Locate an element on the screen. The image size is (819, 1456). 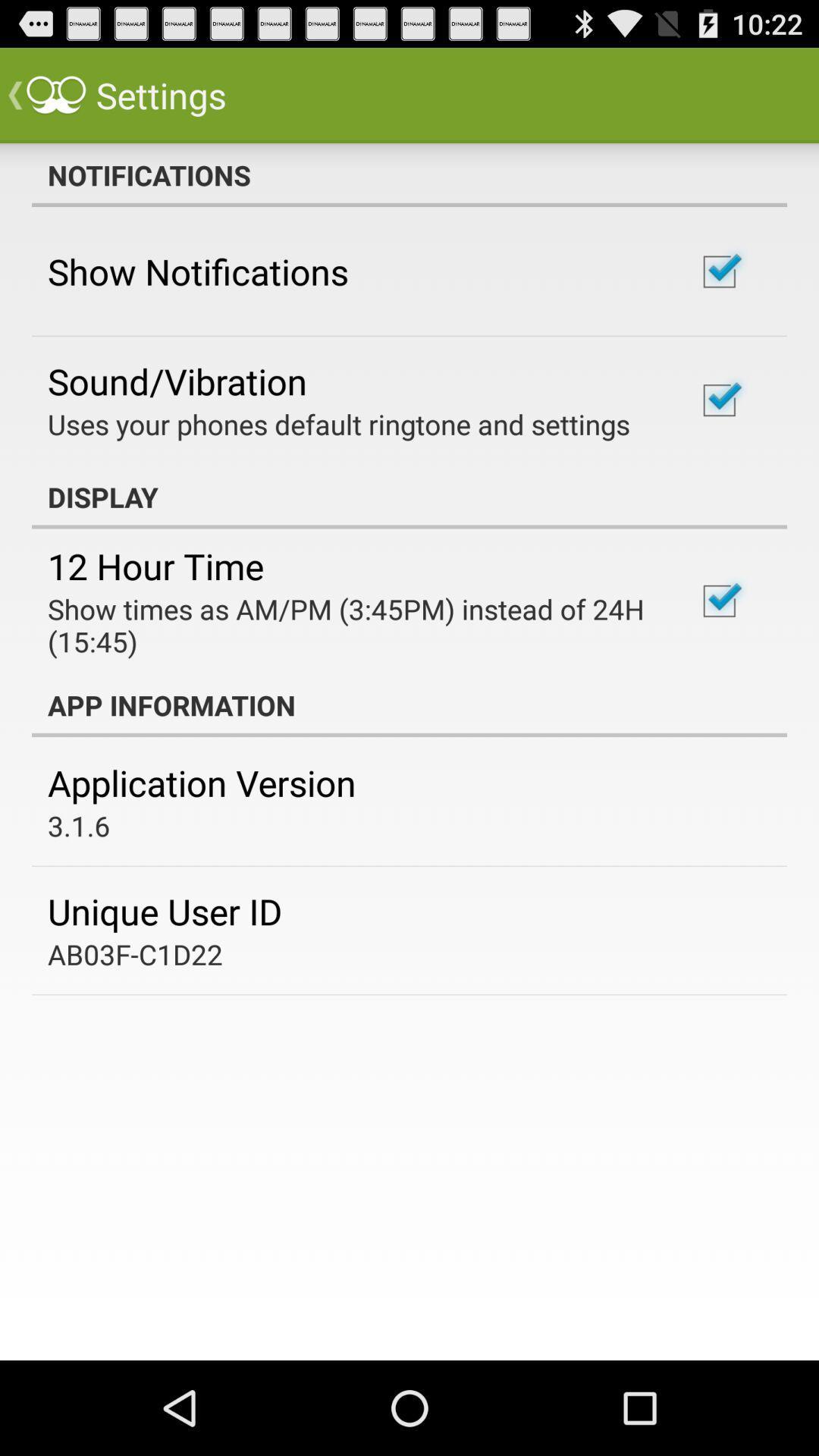
the sound/vibration icon is located at coordinates (177, 381).